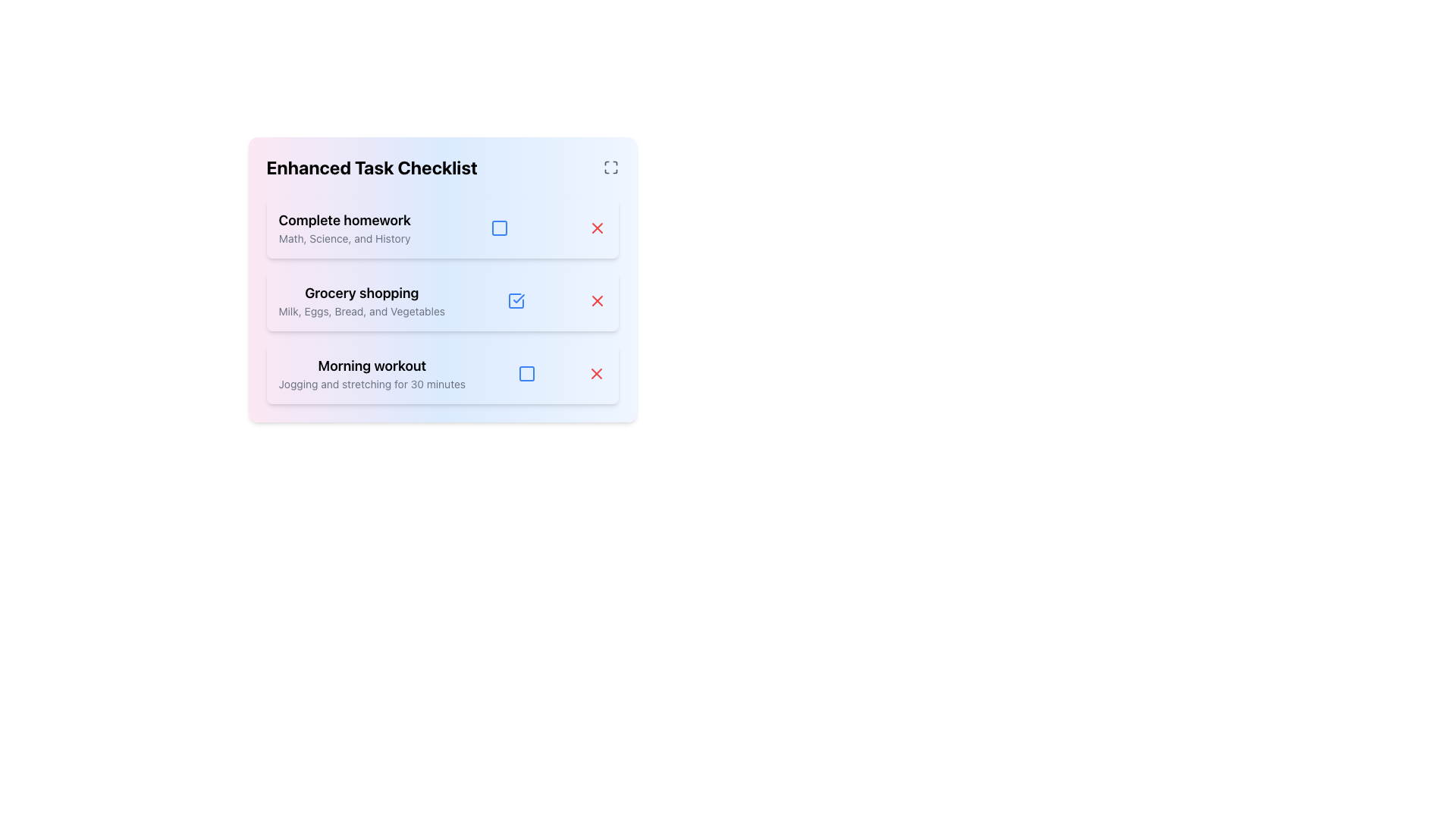 The image size is (1456, 819). What do you see at coordinates (372, 383) in the screenshot?
I see `the informational text element that provides additional details about the 'Morning workout' task, located below the 'Morning workout' title` at bounding box center [372, 383].